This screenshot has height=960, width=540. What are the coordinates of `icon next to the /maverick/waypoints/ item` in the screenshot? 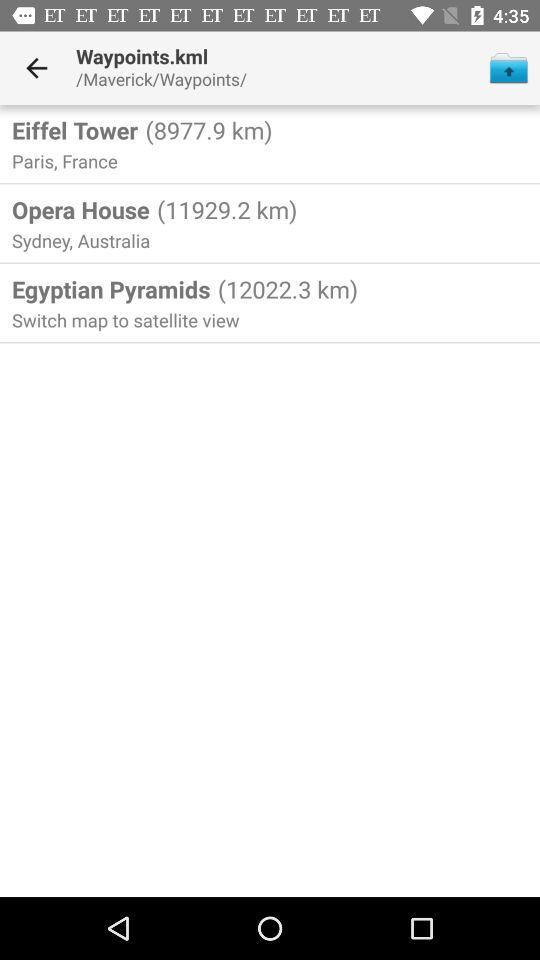 It's located at (508, 68).